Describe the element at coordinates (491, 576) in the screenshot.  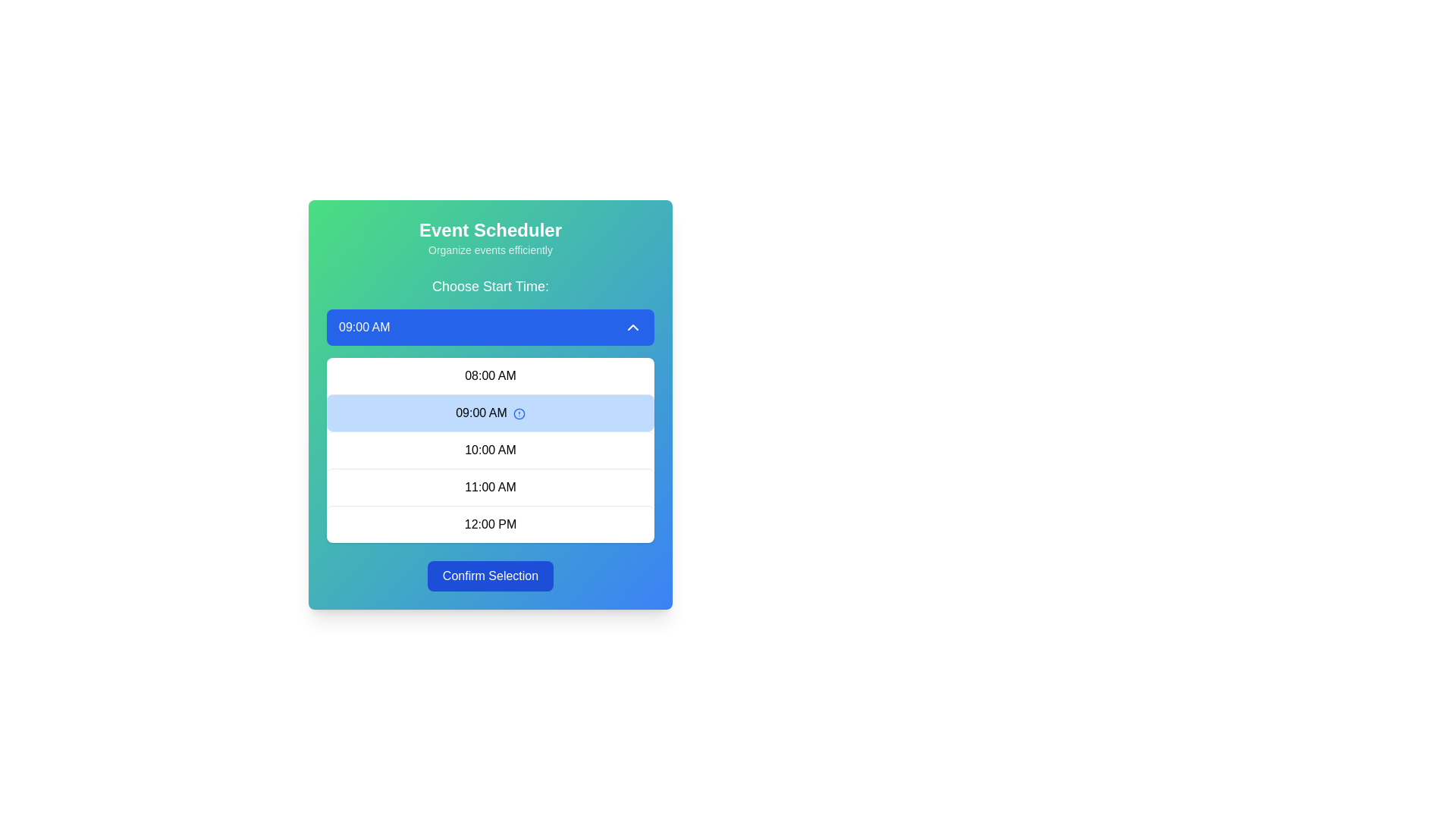
I see `the confirm button in the scheduling interface` at that location.